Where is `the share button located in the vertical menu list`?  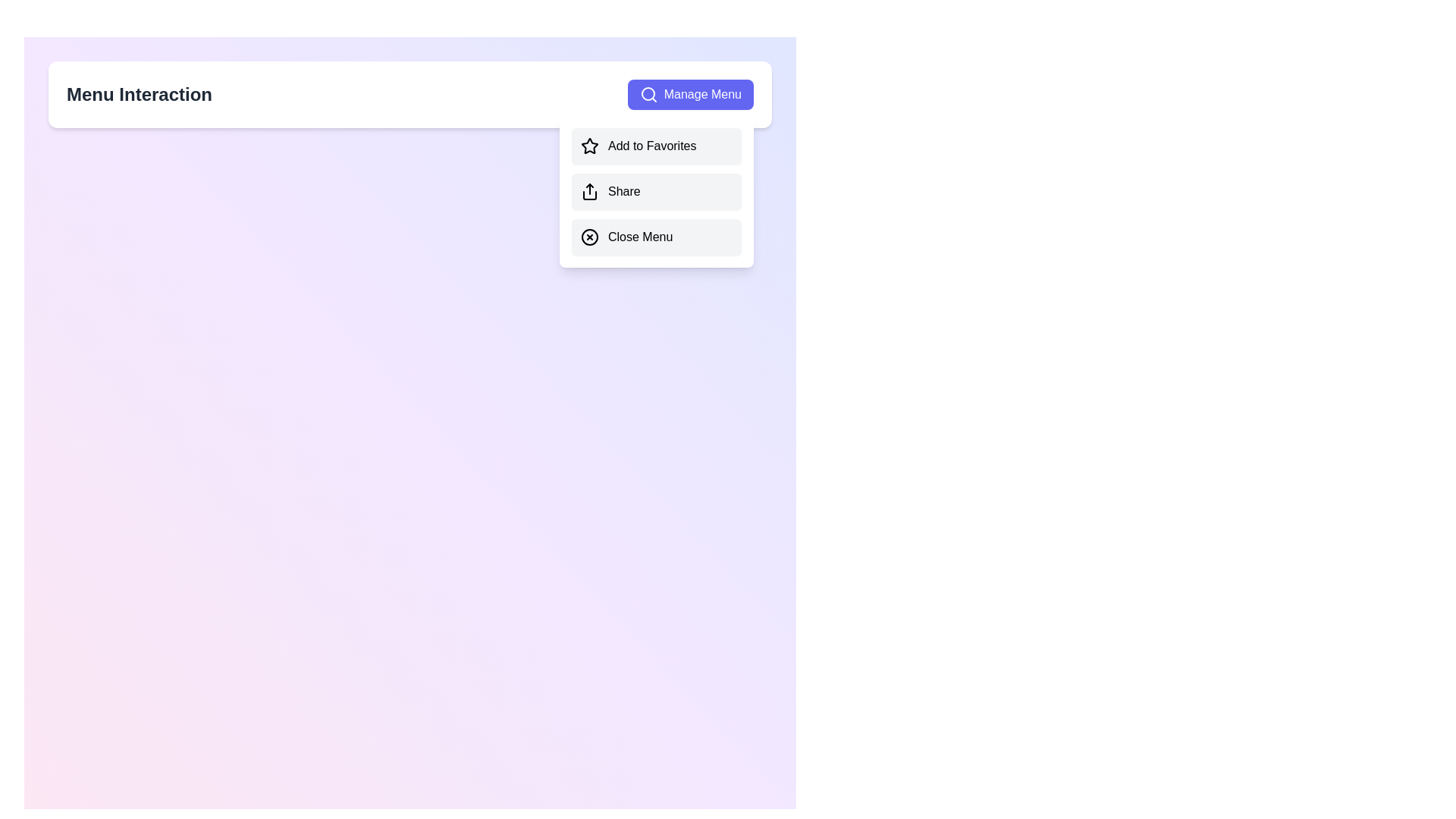 the share button located in the vertical menu list is located at coordinates (656, 191).